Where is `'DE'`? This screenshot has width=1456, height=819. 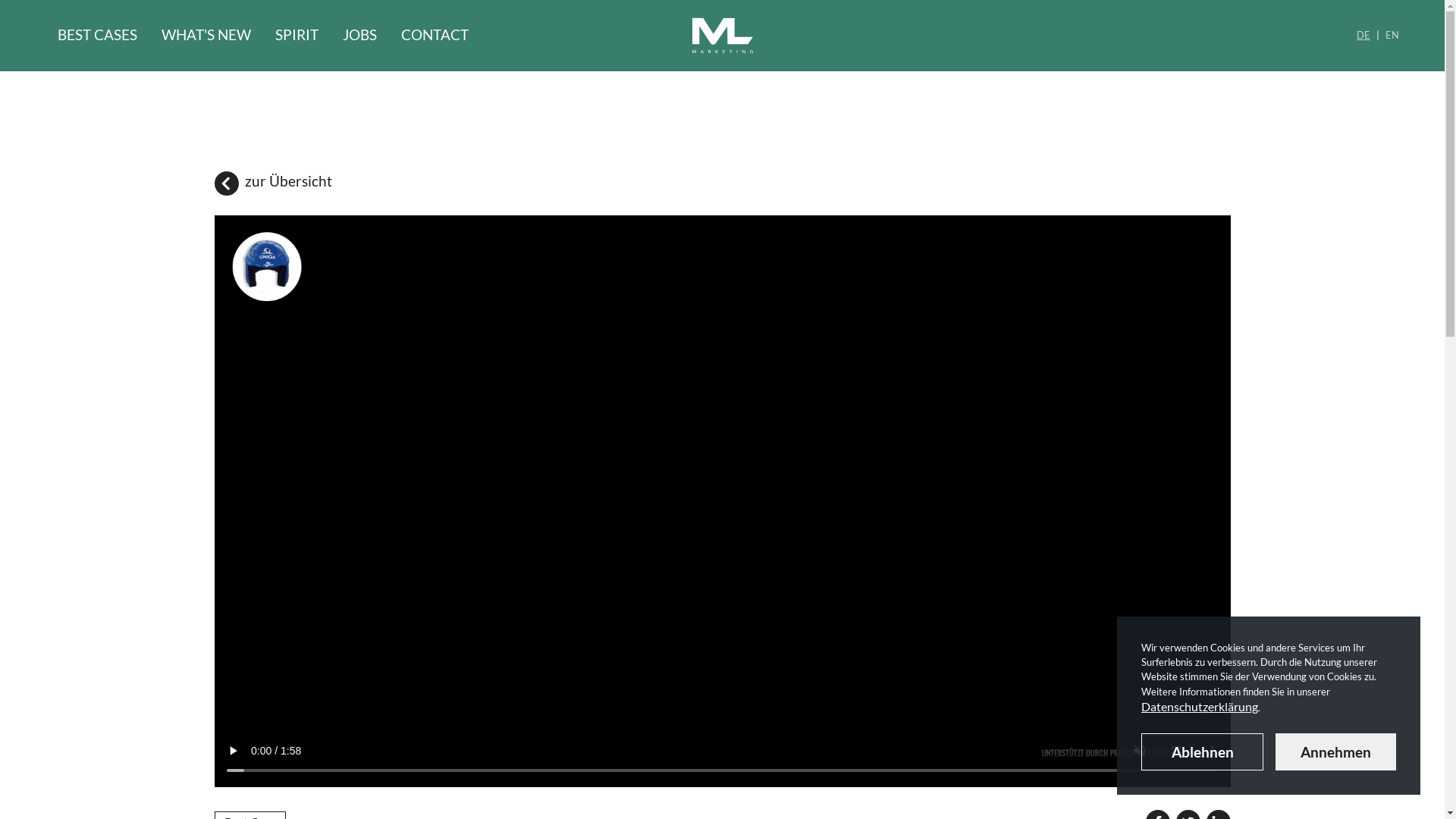 'DE' is located at coordinates (1357, 35).